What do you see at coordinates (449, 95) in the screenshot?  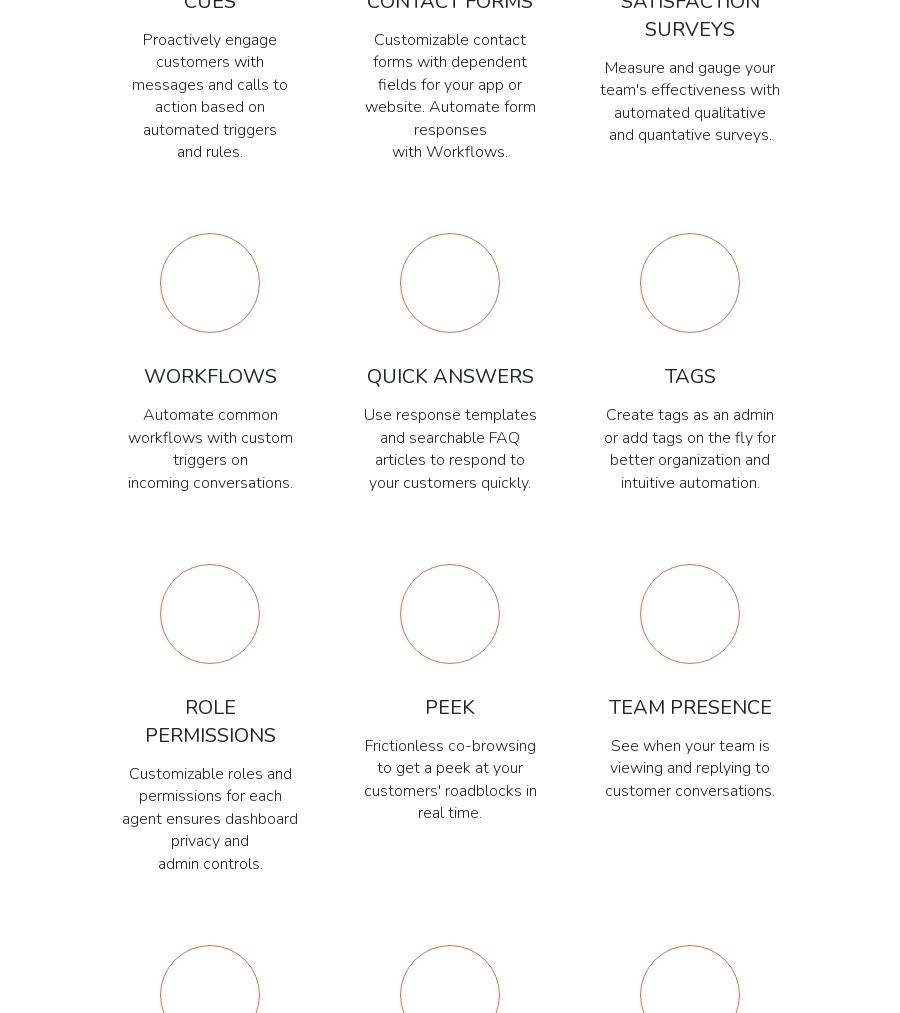 I see `'Customizable contact forms with dependent fields for your app or website. Automate form responses with Workflows.'` at bounding box center [449, 95].